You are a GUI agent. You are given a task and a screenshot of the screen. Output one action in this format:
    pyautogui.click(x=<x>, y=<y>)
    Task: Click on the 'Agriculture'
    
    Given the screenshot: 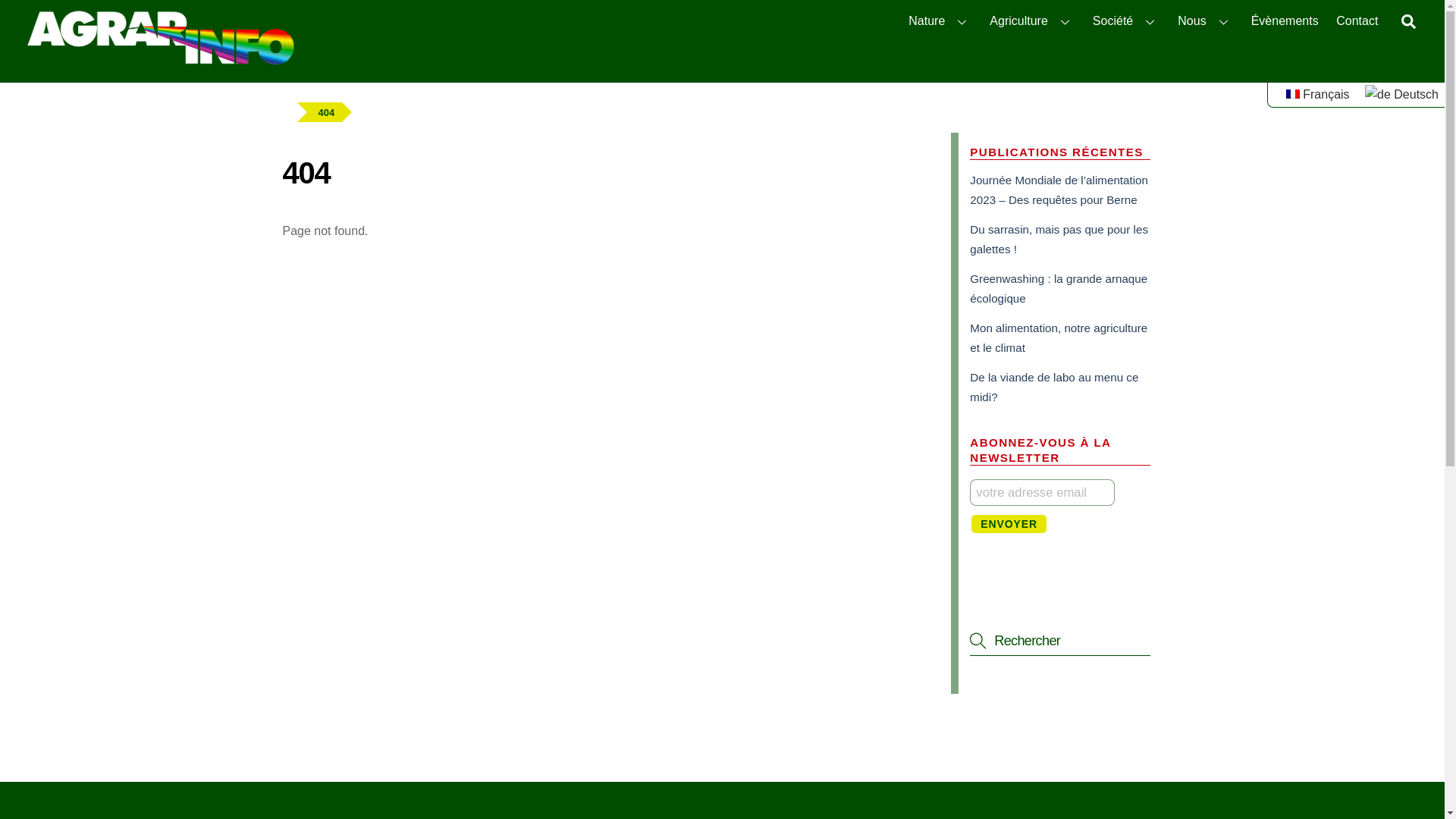 What is the action you would take?
    pyautogui.click(x=1031, y=20)
    